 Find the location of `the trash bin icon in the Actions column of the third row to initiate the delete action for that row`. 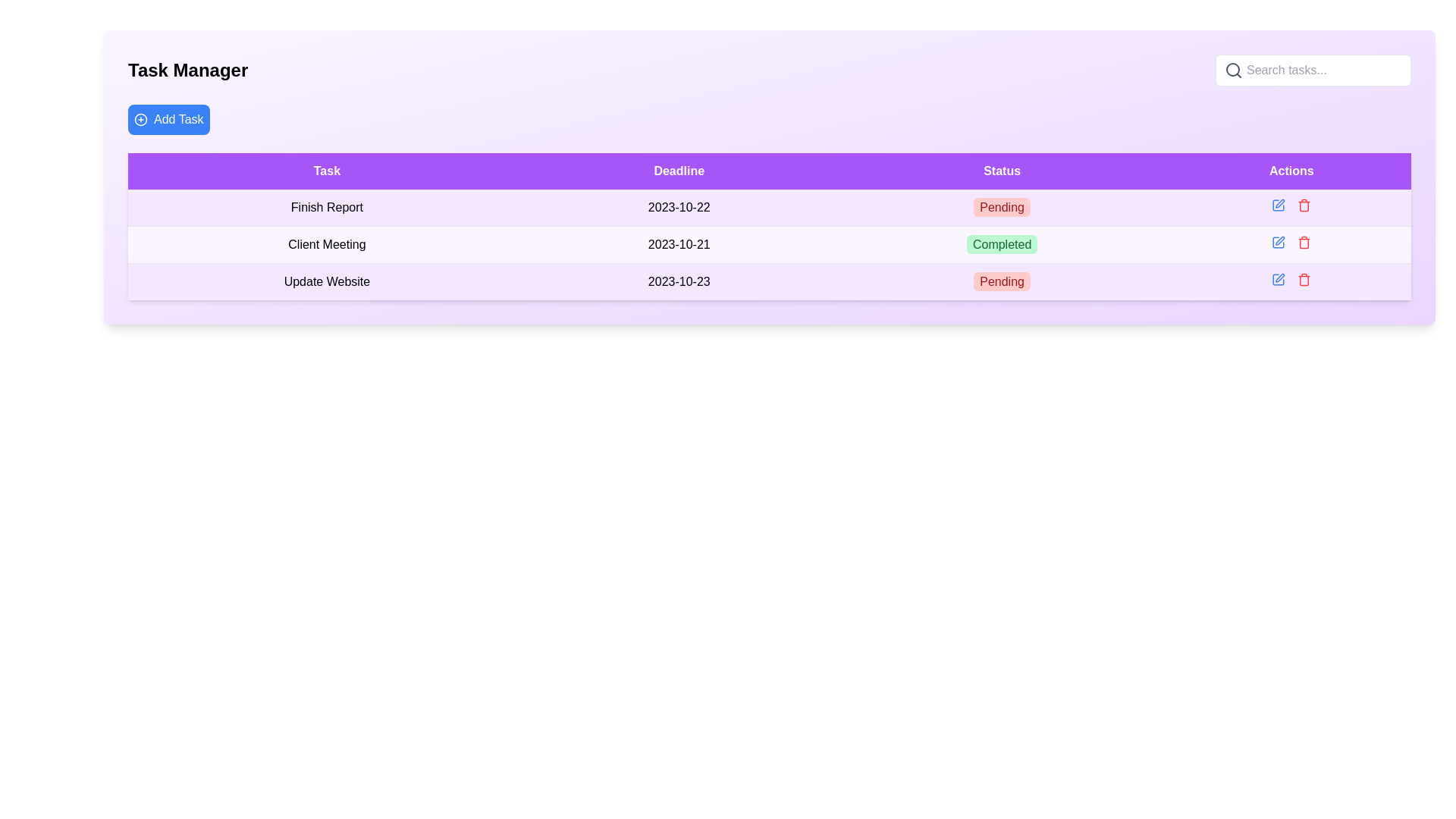

the trash bin icon in the Actions column of the third row to initiate the delete action for that row is located at coordinates (1304, 243).